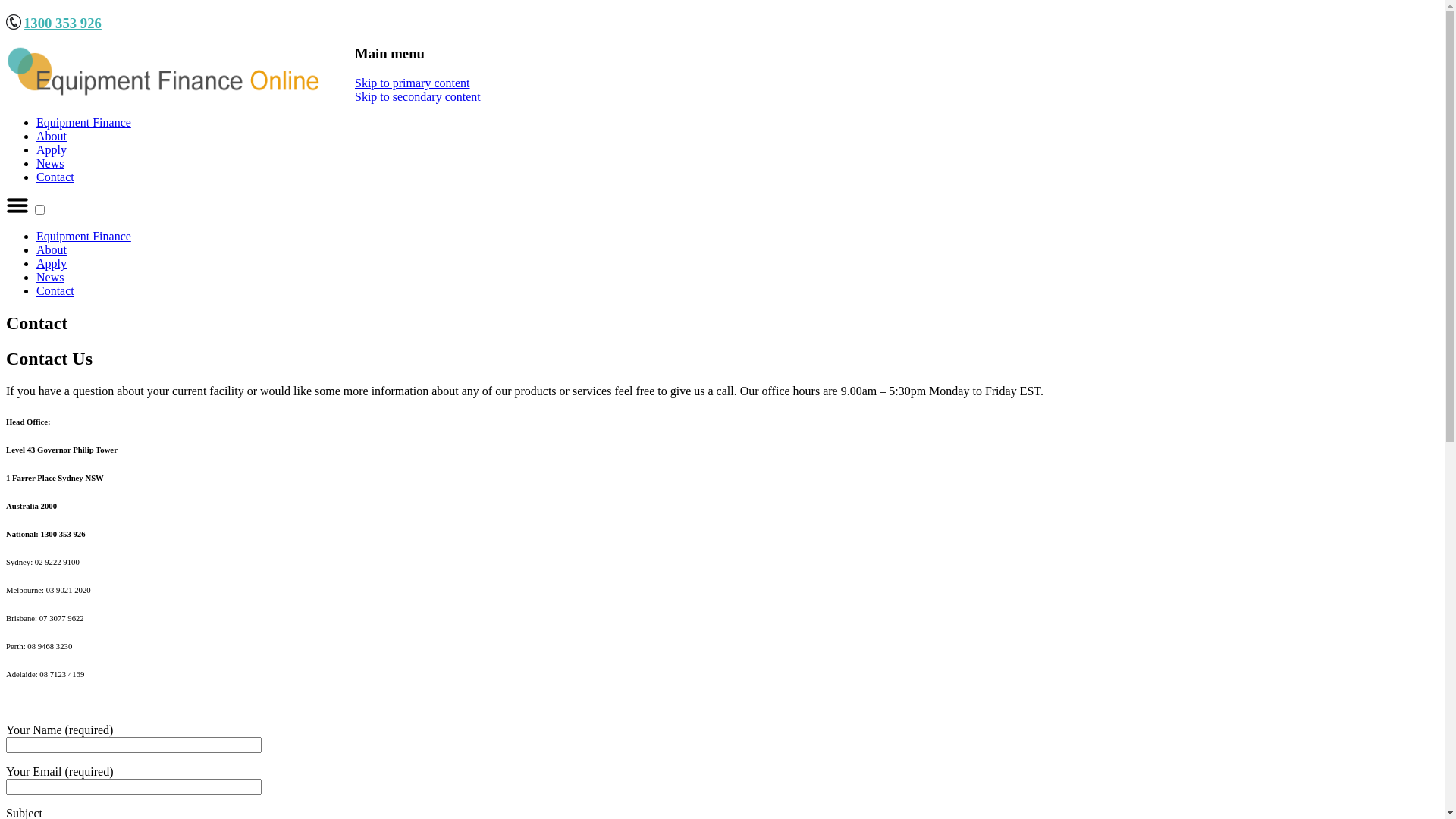  What do you see at coordinates (55, 176) in the screenshot?
I see `'Contact'` at bounding box center [55, 176].